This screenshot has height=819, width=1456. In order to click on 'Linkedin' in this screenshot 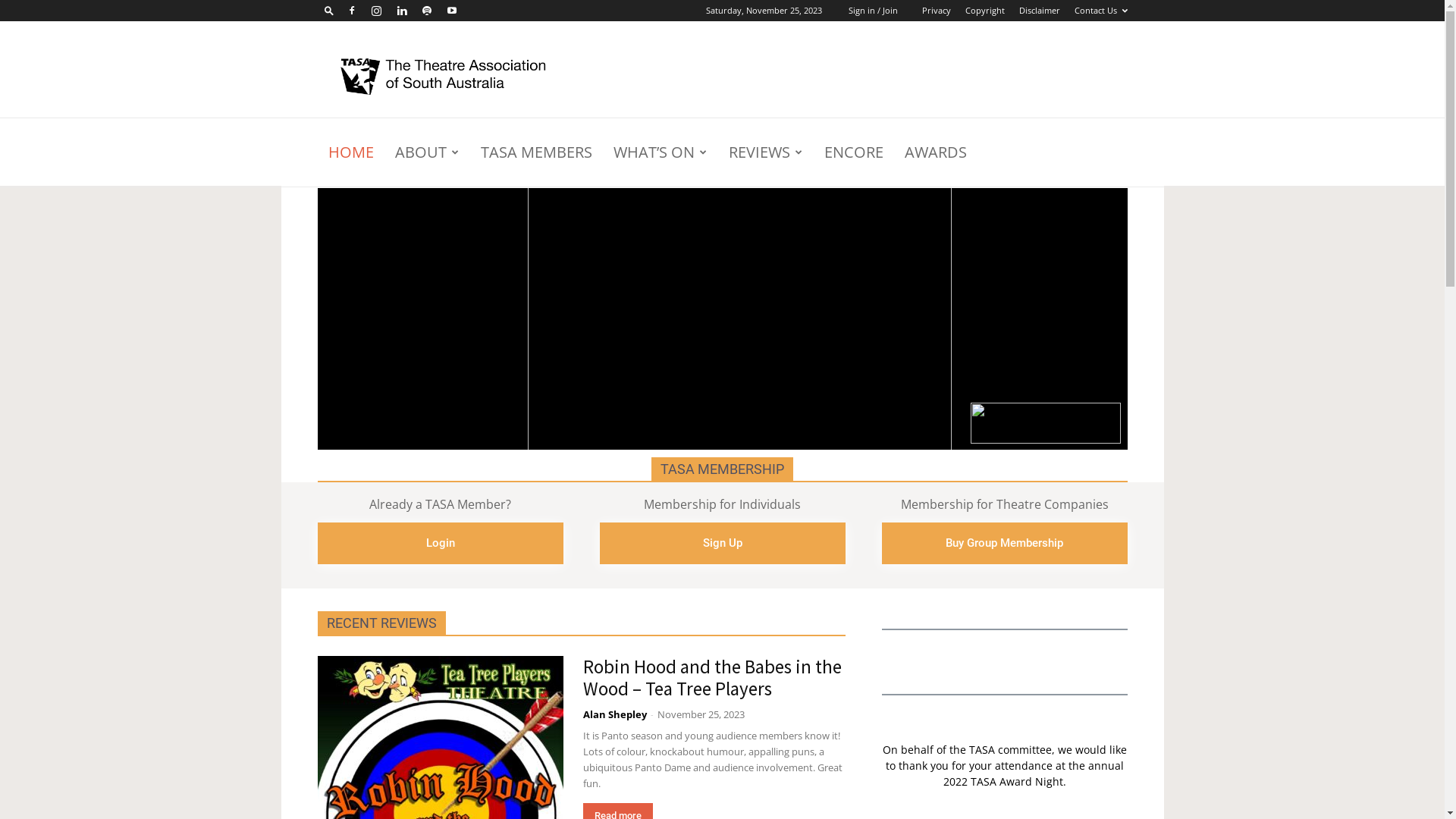, I will do `click(389, 11)`.